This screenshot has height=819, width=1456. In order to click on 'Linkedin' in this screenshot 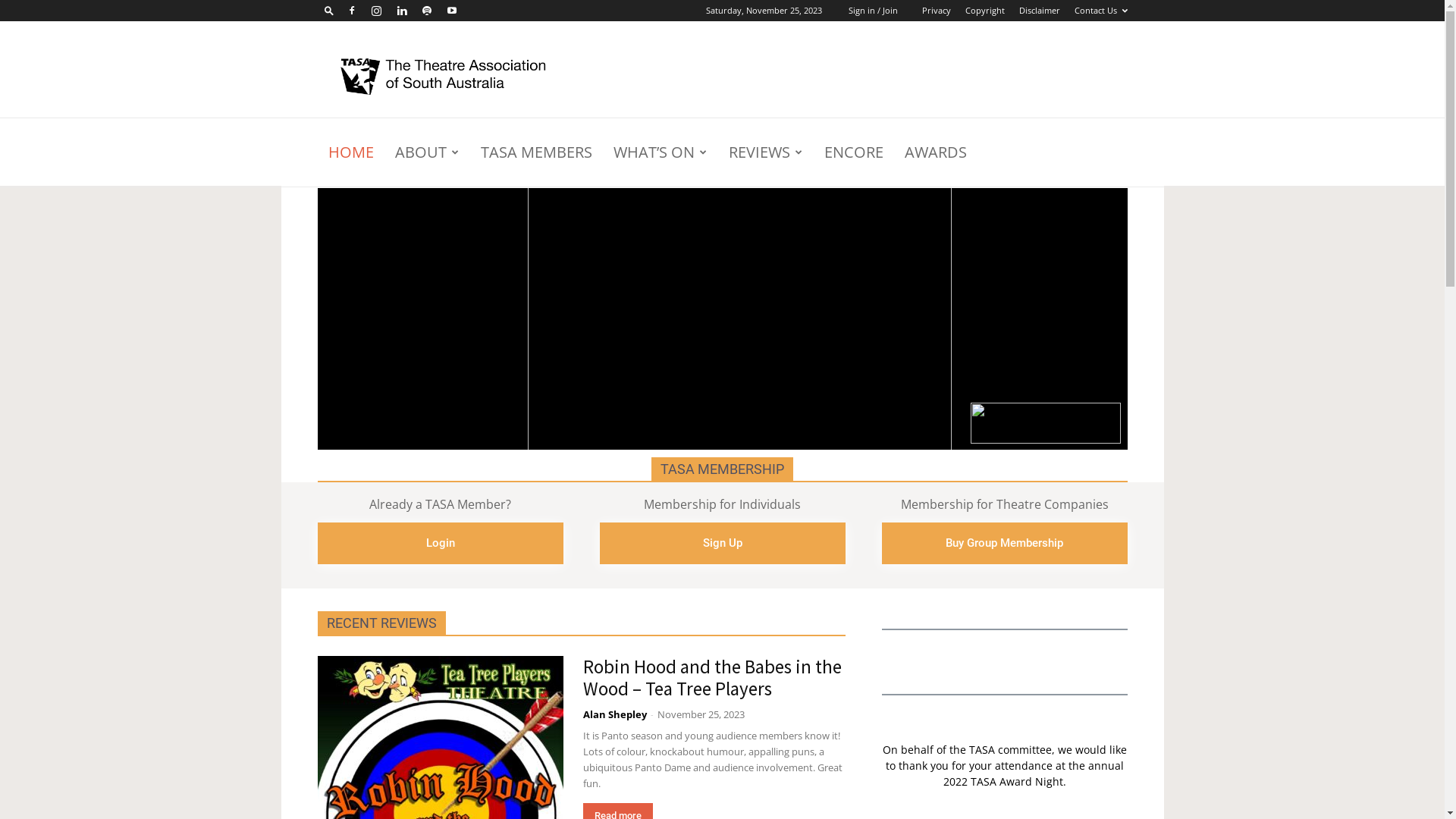, I will do `click(389, 11)`.